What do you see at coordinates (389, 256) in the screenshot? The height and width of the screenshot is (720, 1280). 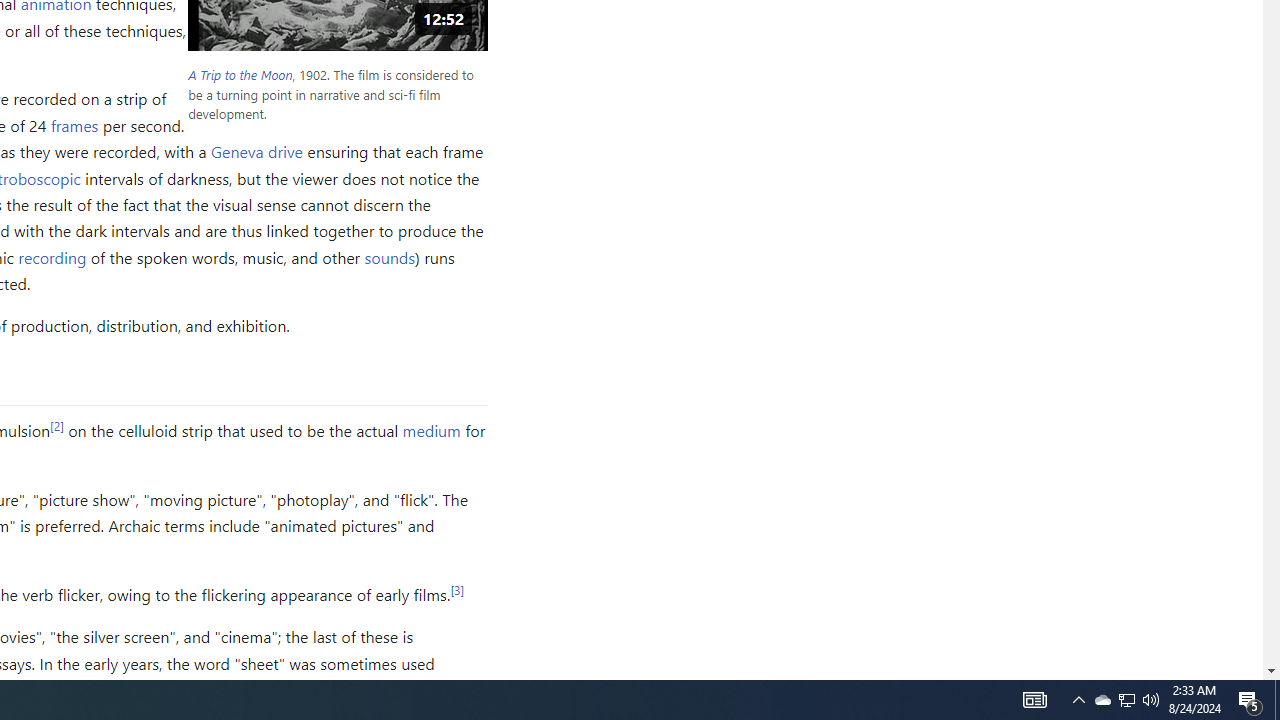 I see `'sounds'` at bounding box center [389, 256].